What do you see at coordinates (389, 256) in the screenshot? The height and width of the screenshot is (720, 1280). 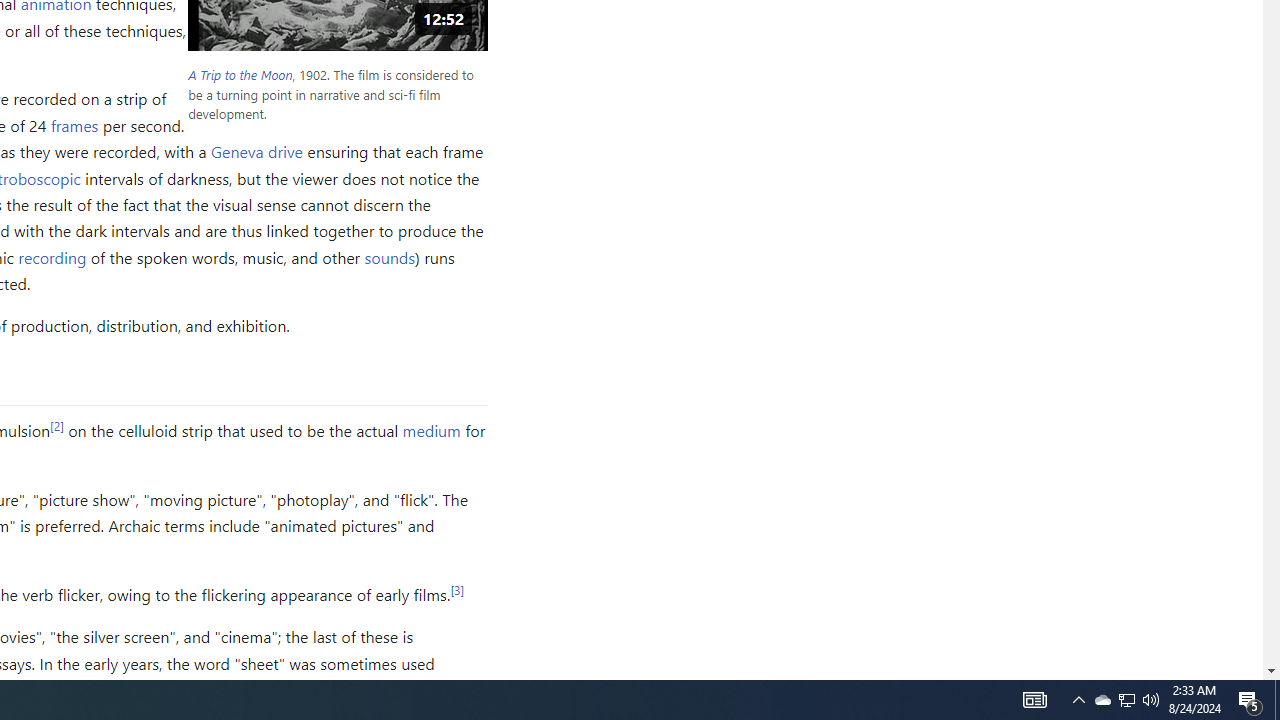 I see `'sounds'` at bounding box center [389, 256].